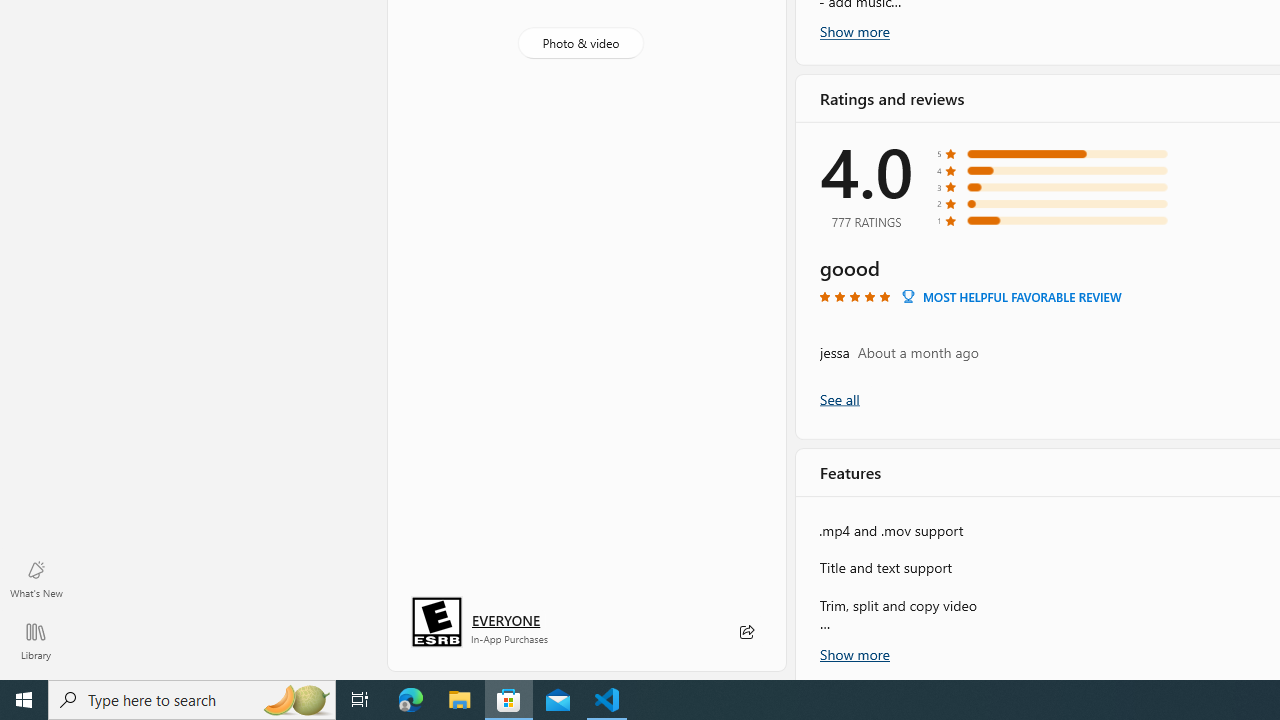  Describe the element at coordinates (745, 632) in the screenshot. I see `'Share'` at that location.